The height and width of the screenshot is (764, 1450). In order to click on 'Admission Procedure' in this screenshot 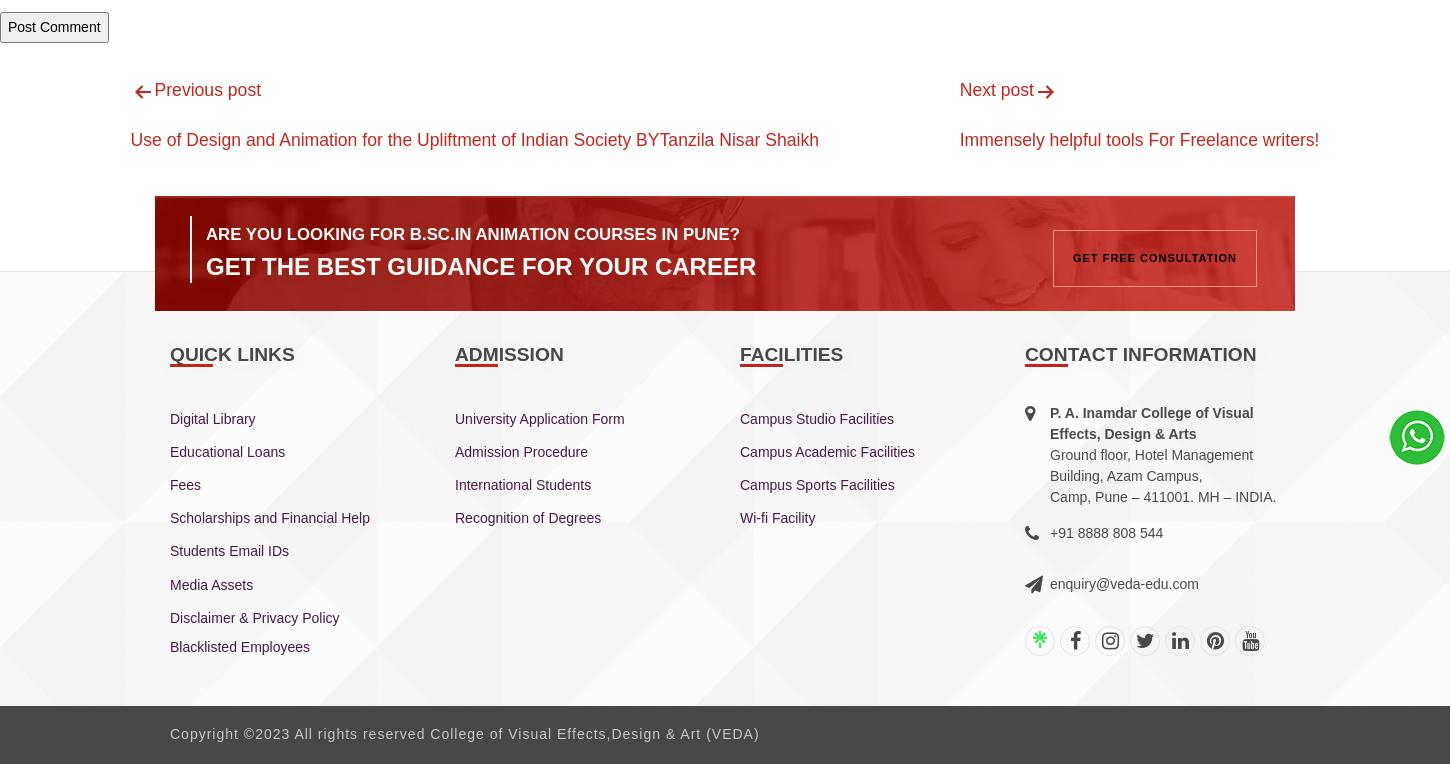, I will do `click(521, 450)`.